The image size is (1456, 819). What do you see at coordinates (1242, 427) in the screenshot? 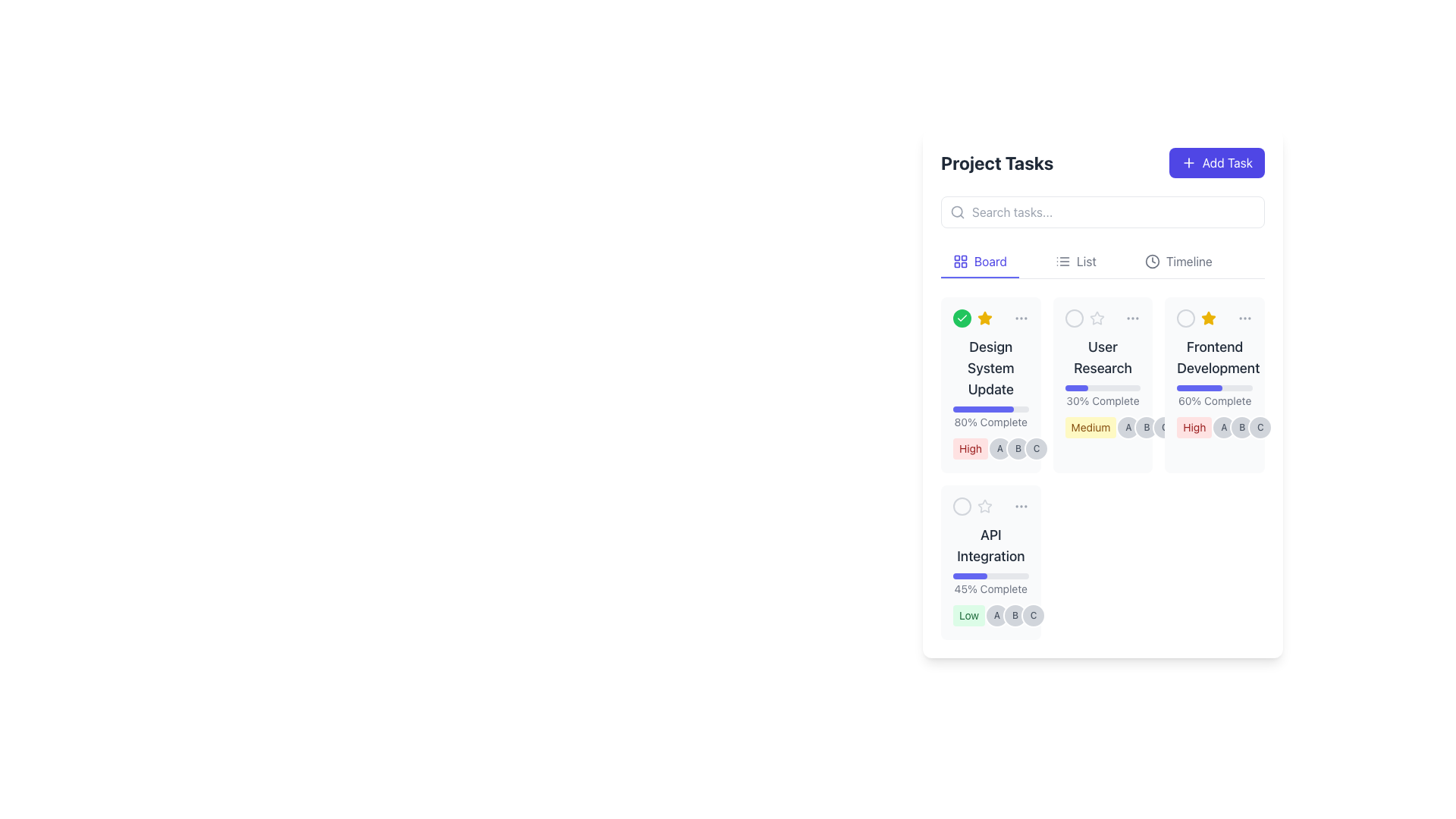
I see `the second circular avatar representing the letter 'B', located below the 'Frontend Development' text in the 'Project Tasks' interface` at bounding box center [1242, 427].